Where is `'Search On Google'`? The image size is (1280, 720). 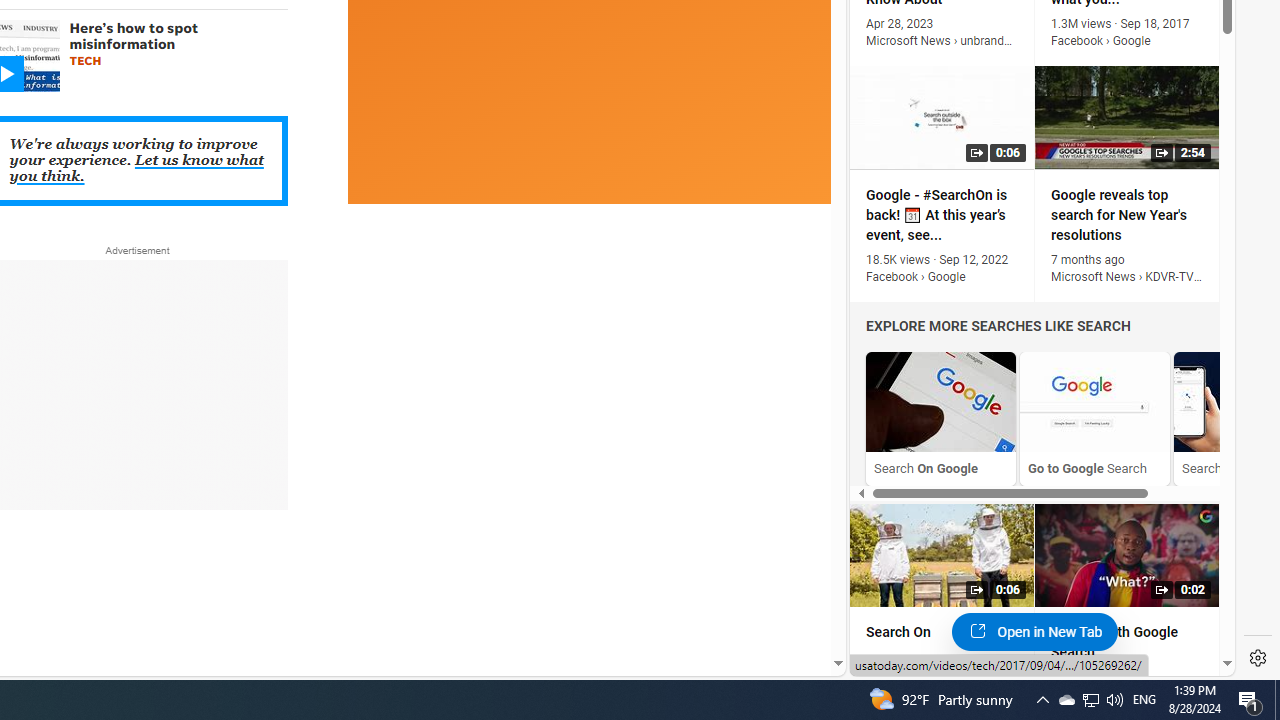
'Search On Google' is located at coordinates (940, 417).